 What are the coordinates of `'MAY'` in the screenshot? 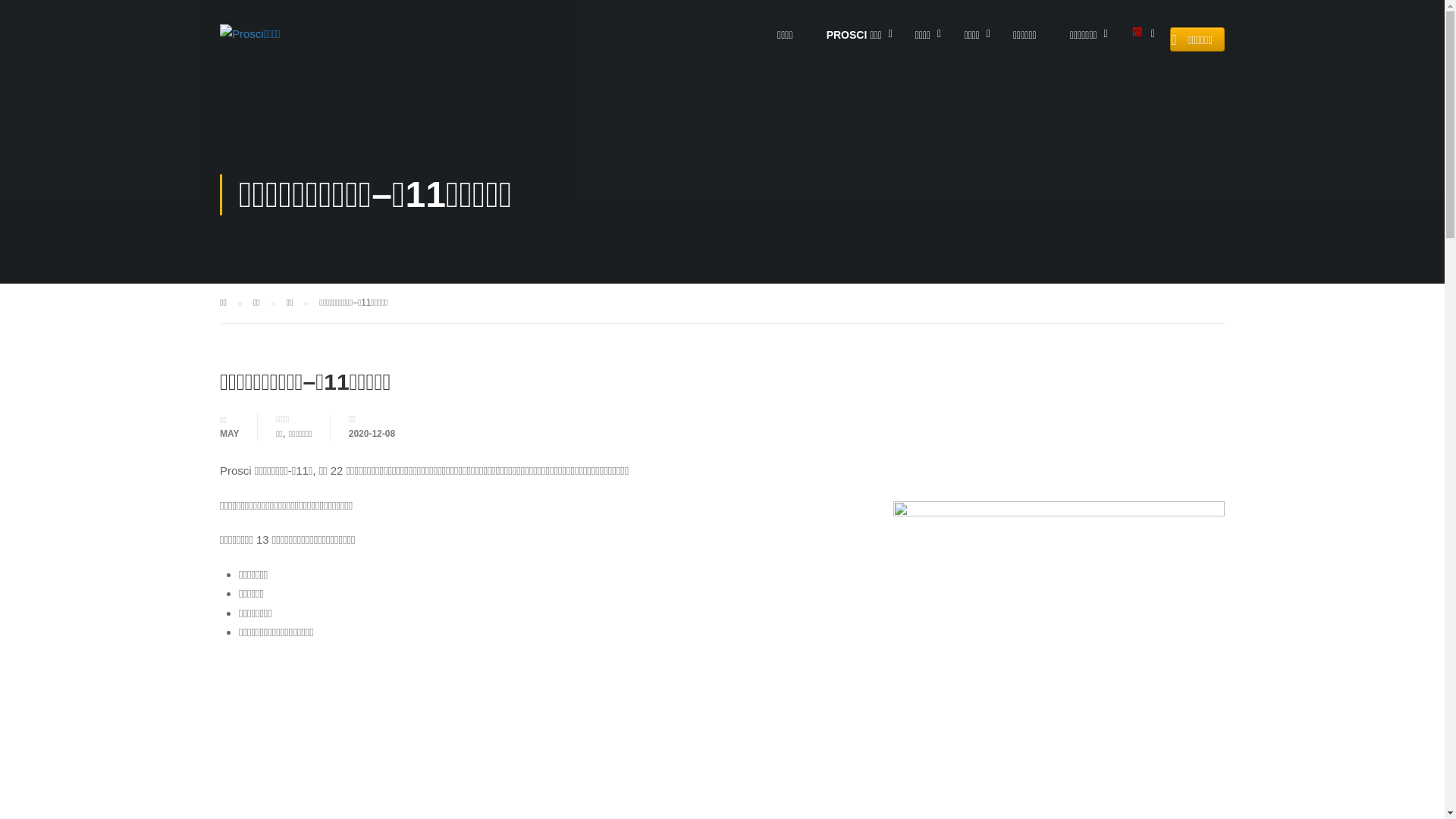 It's located at (228, 432).